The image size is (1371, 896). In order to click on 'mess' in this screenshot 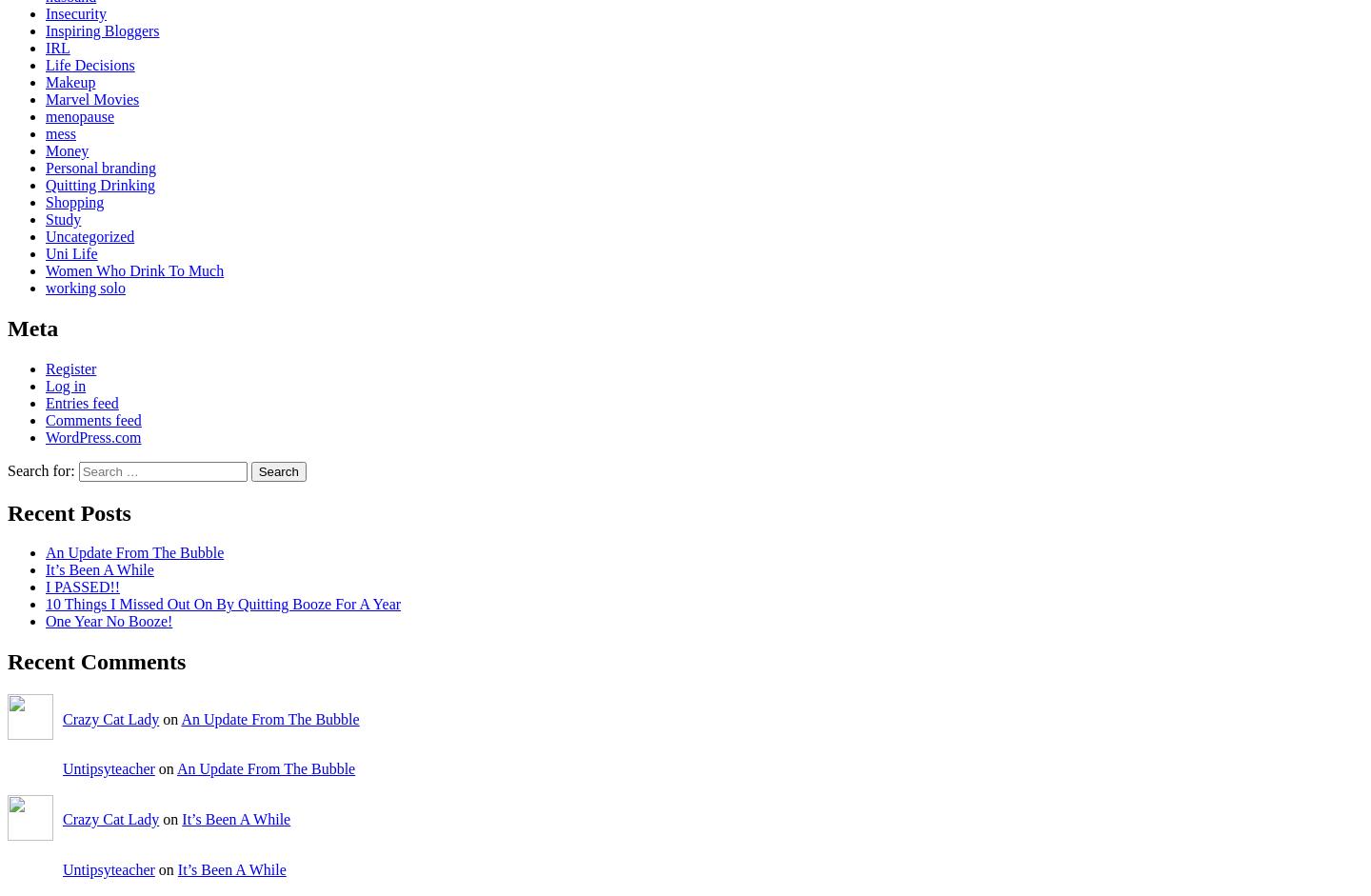, I will do `click(60, 131)`.